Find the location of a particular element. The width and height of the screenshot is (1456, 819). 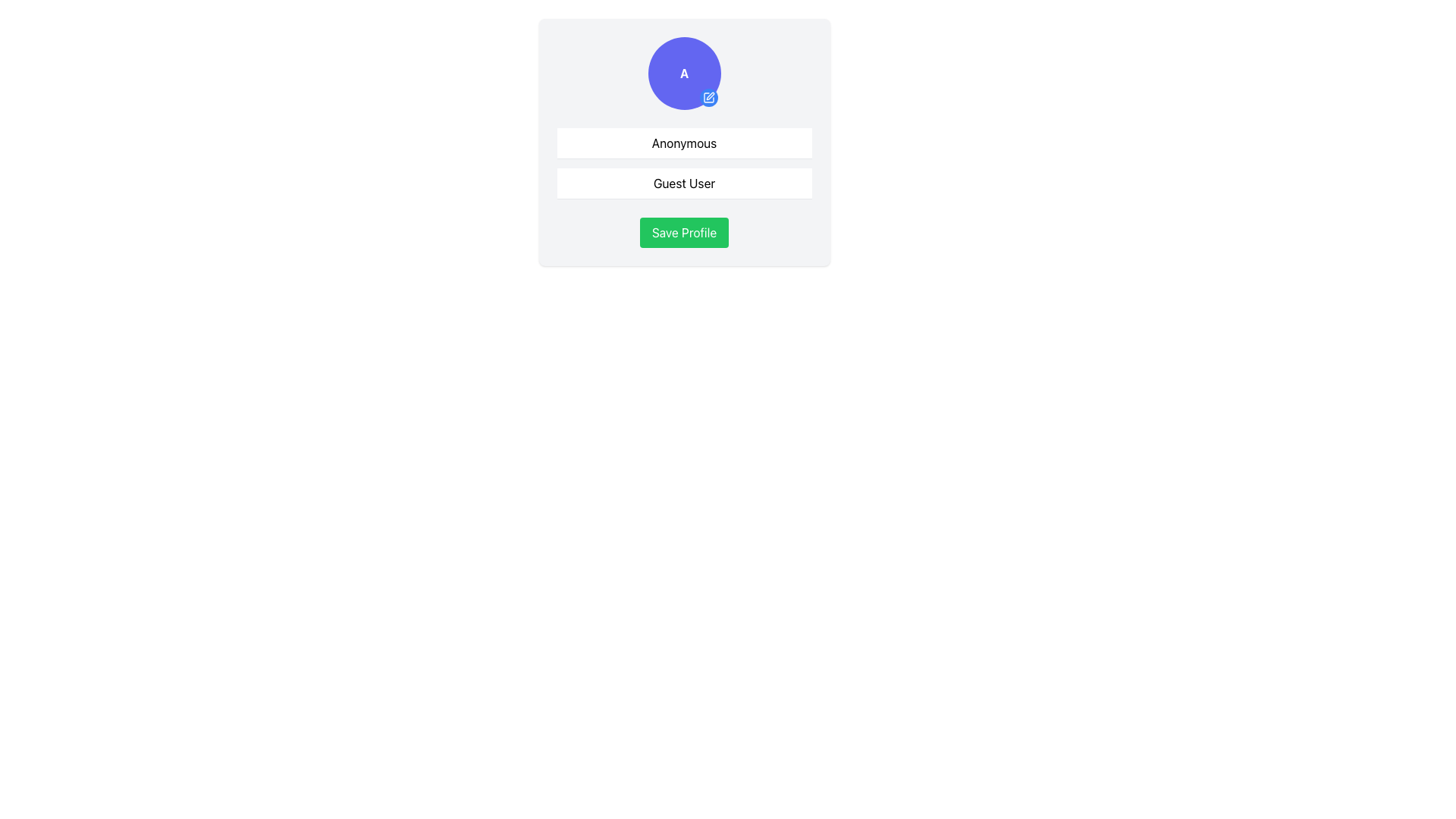

to focus on the text input field for entering the user's name, which is the first input field positioned below the circular avatar image is located at coordinates (683, 143).